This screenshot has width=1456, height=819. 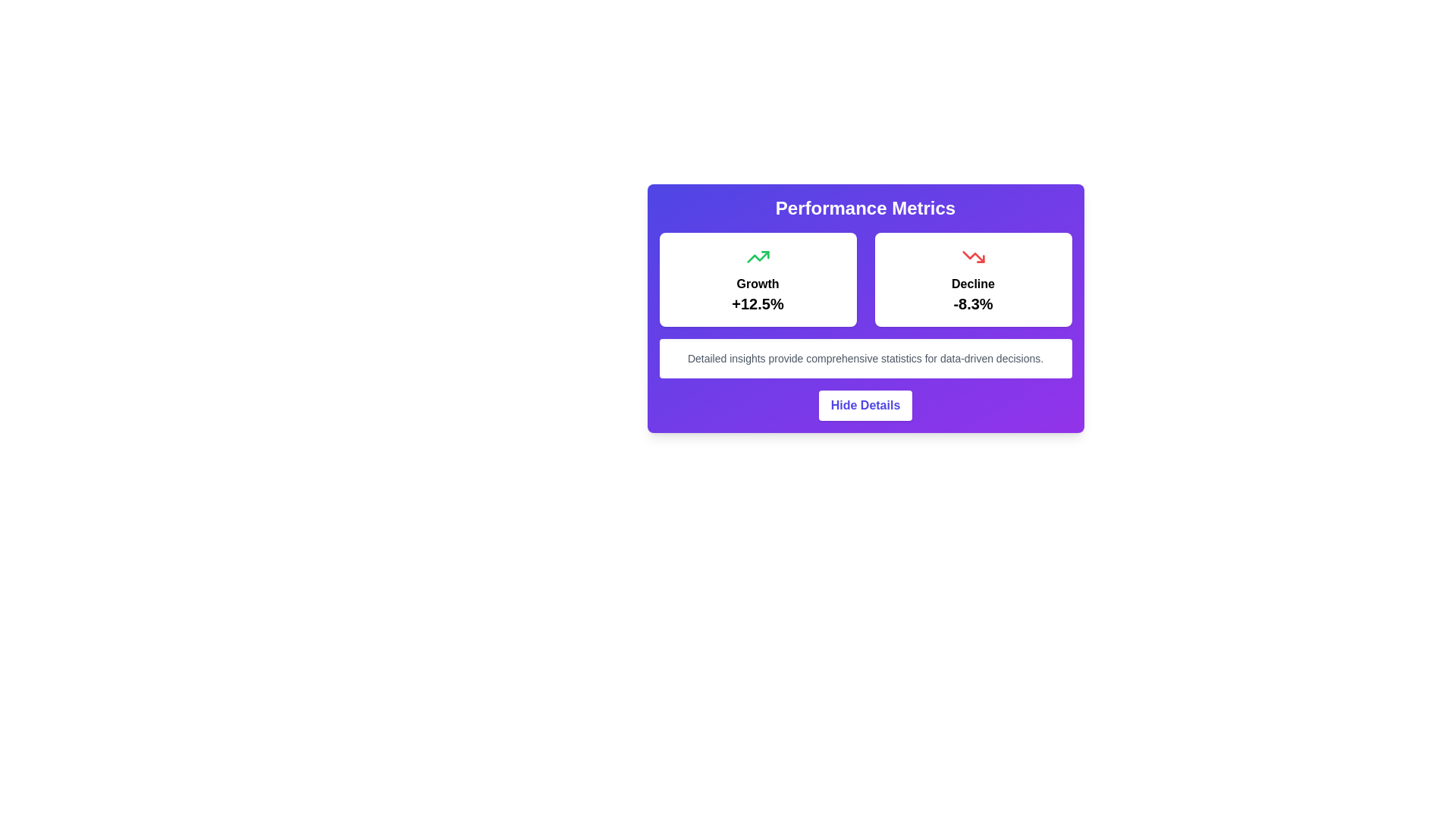 What do you see at coordinates (973, 280) in the screenshot?
I see `the Information card displaying performance metrics with a decline of 8.3%, located beside the 'Growth' card in the two-column grid` at bounding box center [973, 280].